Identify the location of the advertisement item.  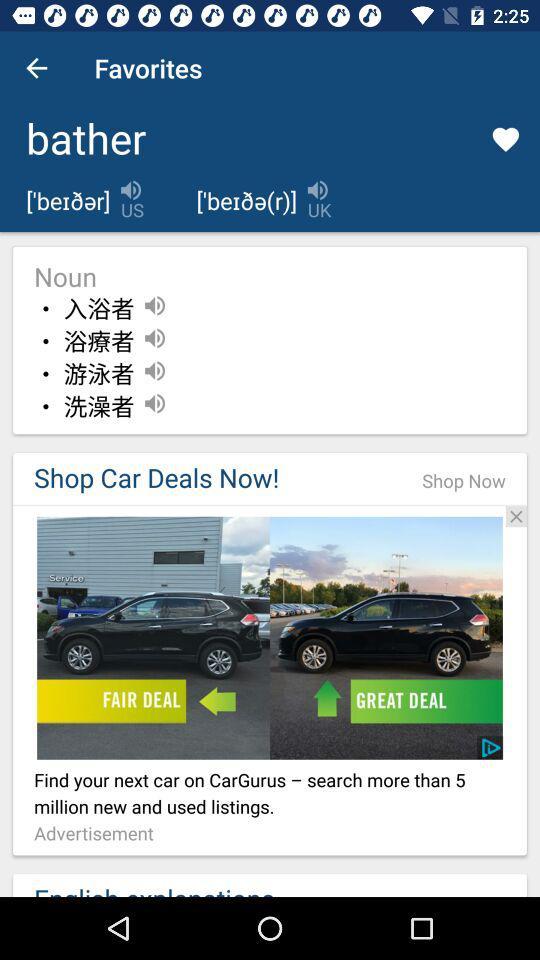
(98, 834).